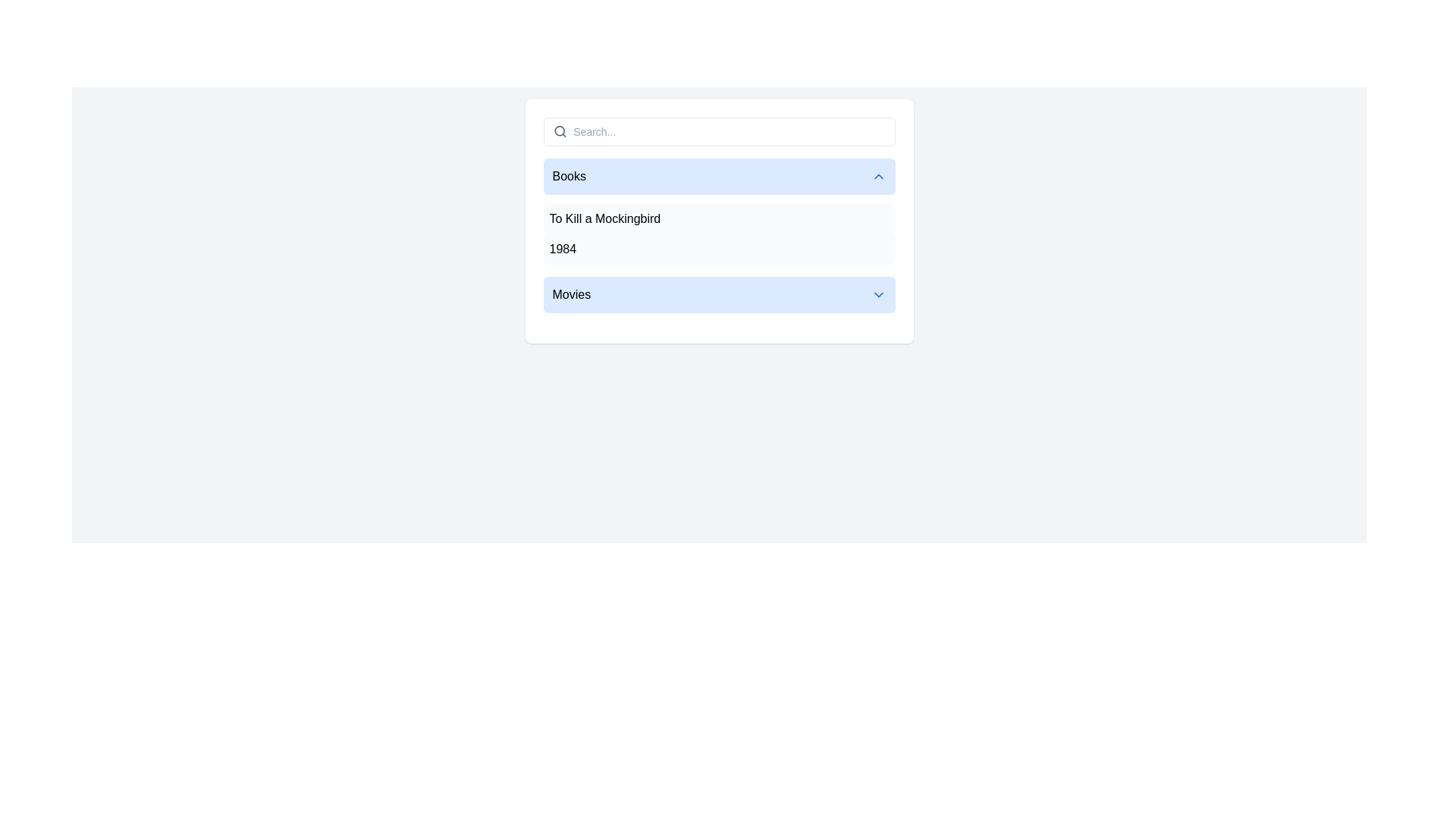  What do you see at coordinates (562, 248) in the screenshot?
I see `the selectable text display item representing the book titled '1984' within the 'Books' category` at bounding box center [562, 248].